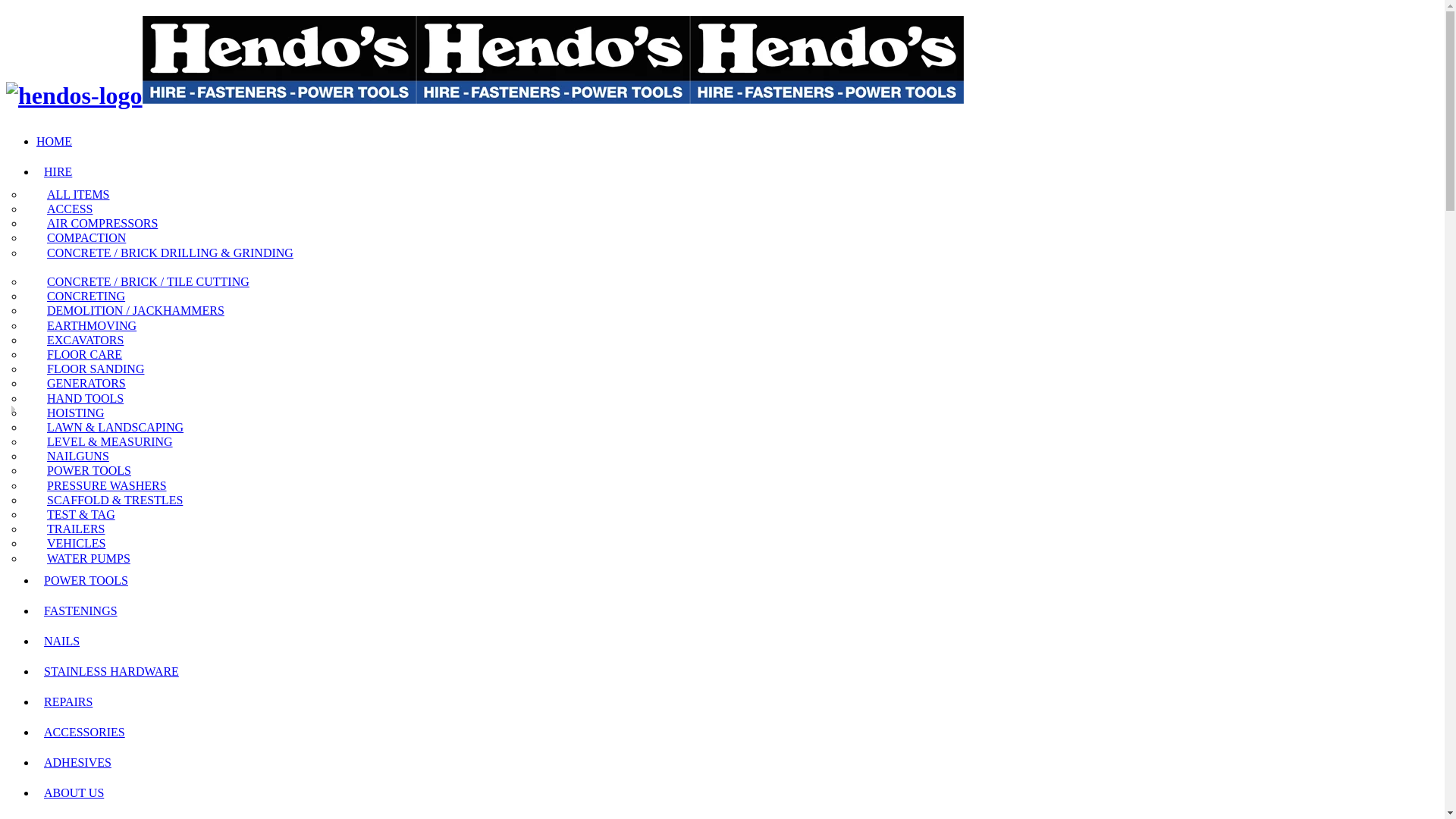 Image resolution: width=1456 pixels, height=819 pixels. I want to click on 'AIR COMPRESSORS', so click(97, 223).